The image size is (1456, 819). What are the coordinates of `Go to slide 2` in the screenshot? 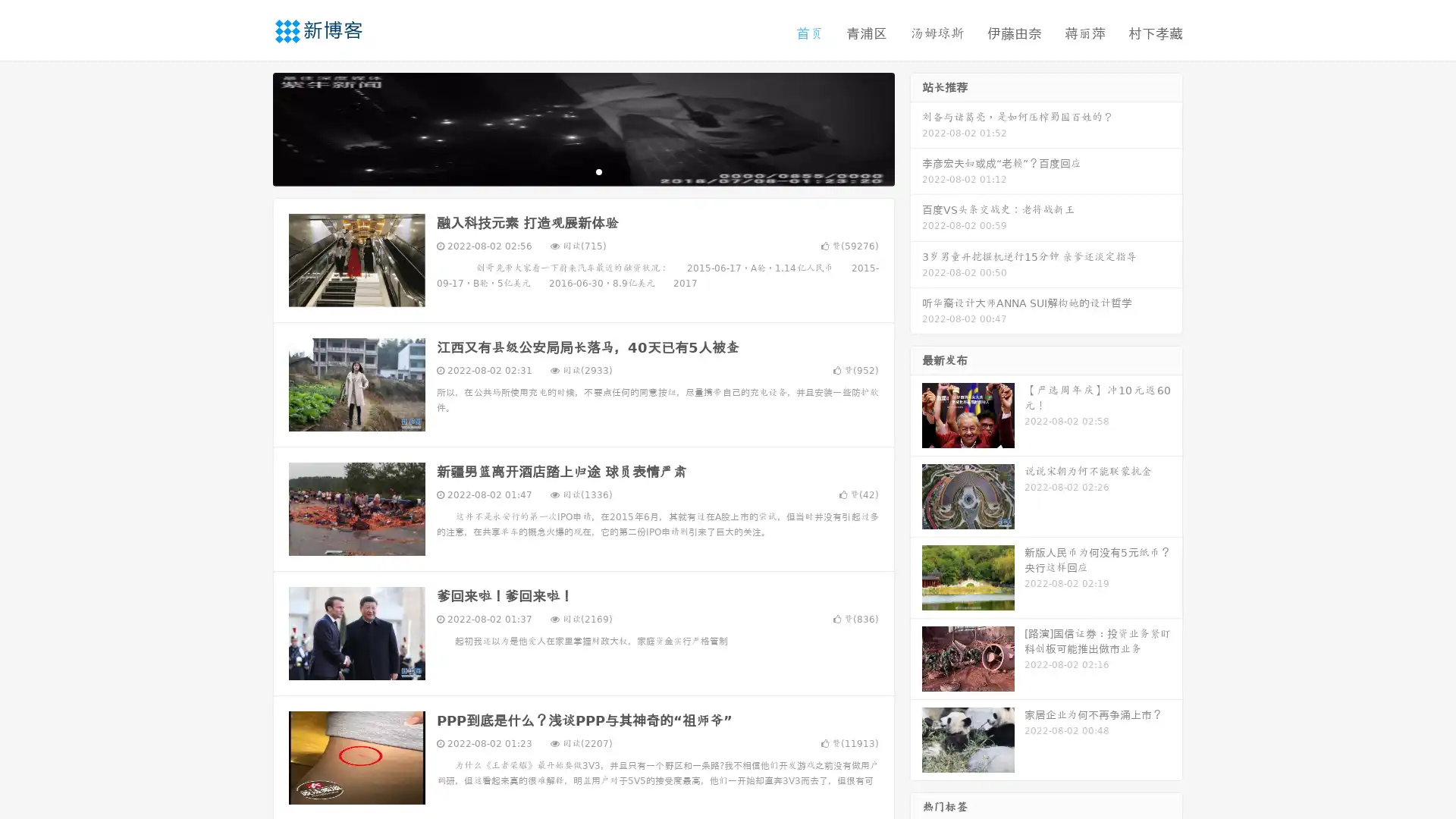 It's located at (582, 171).